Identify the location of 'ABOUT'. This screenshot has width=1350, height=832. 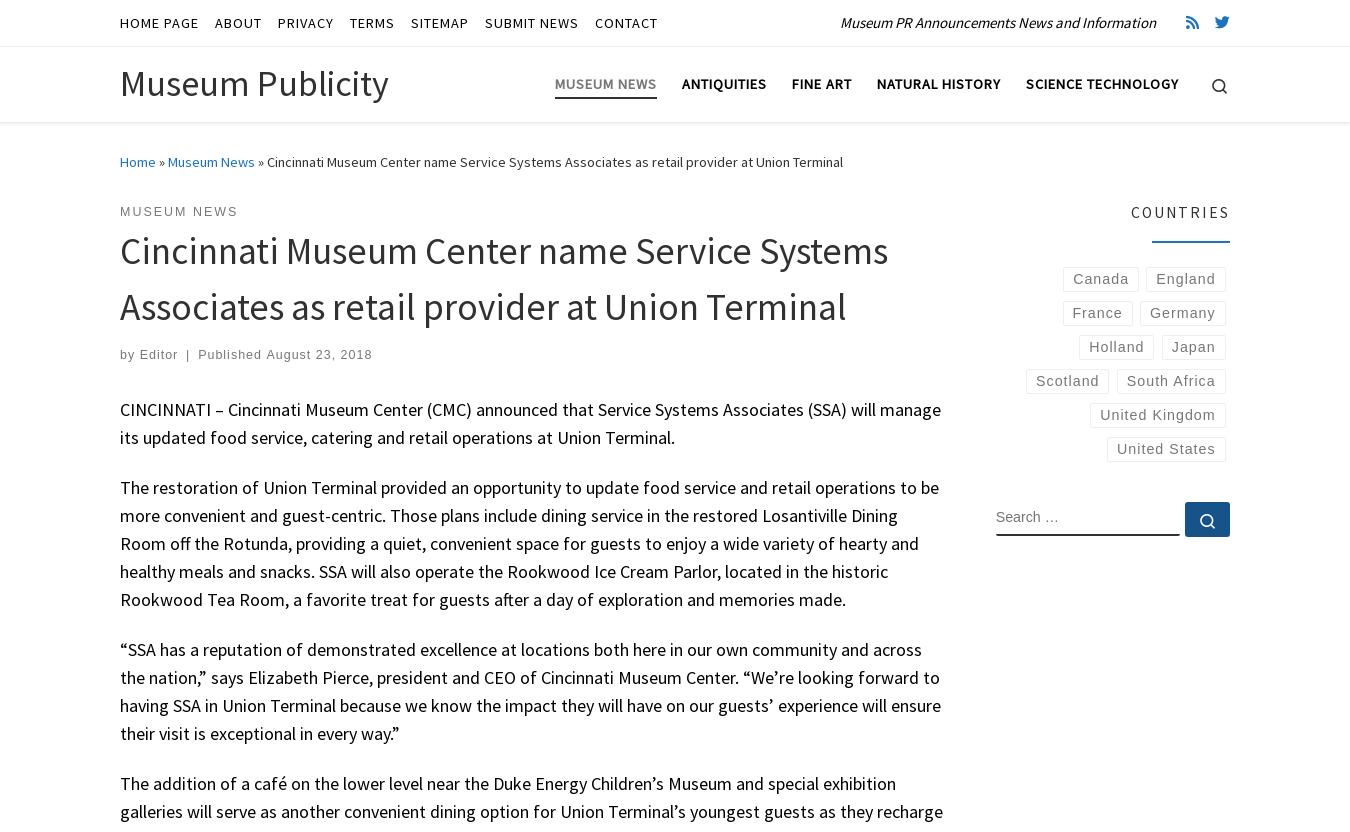
(215, 22).